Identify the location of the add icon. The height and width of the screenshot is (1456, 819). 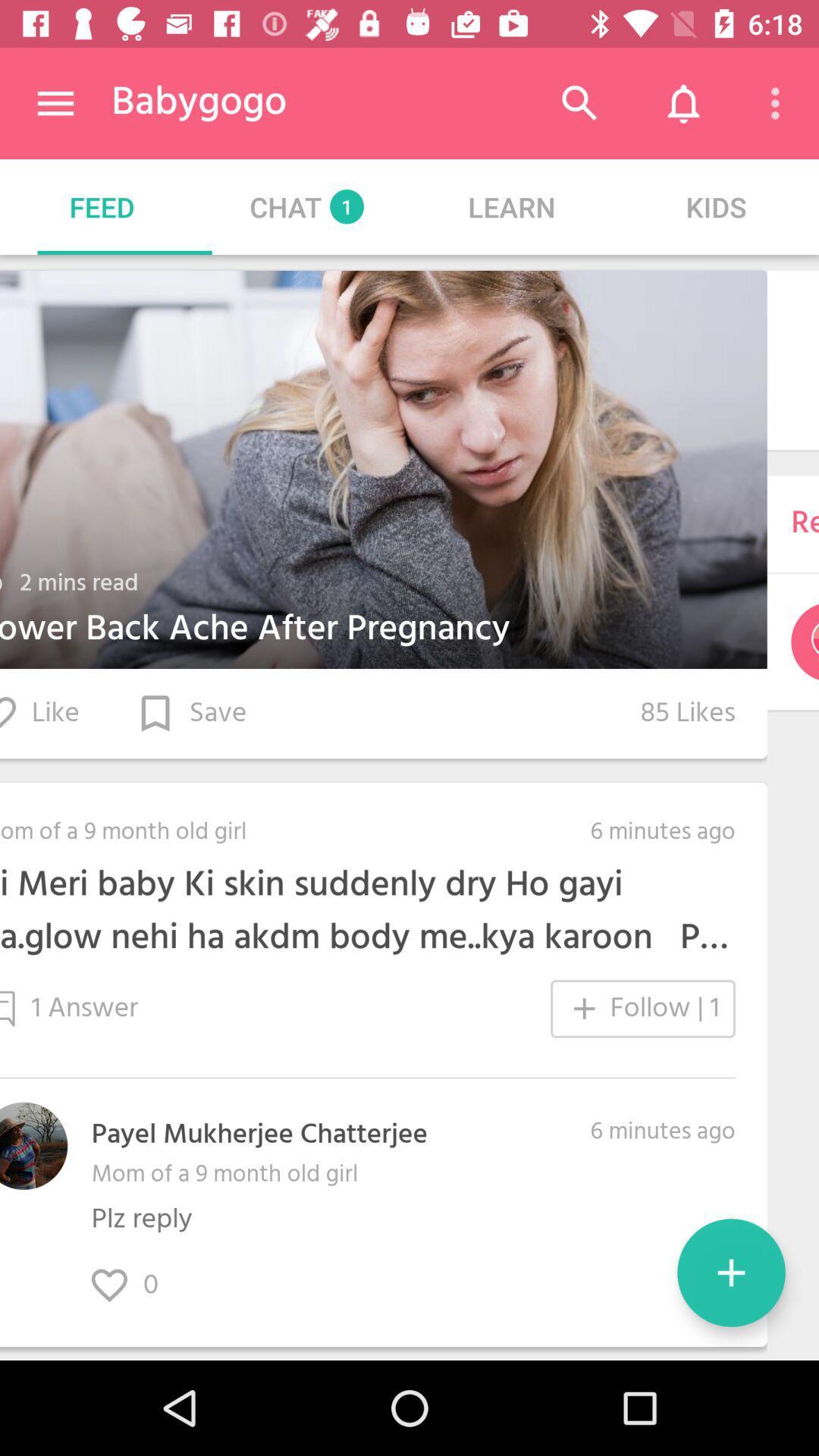
(730, 1272).